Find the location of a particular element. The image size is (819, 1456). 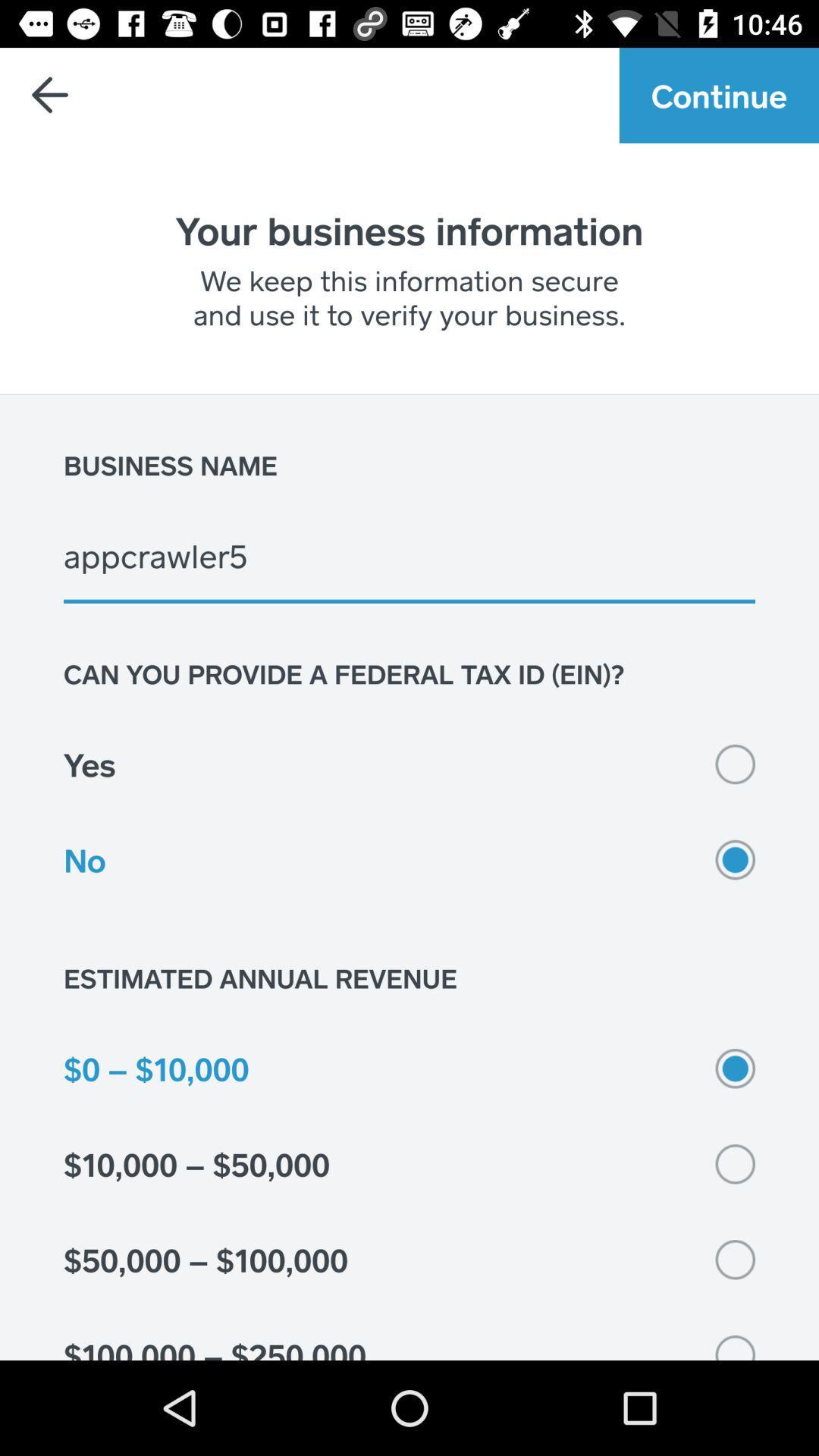

the yes icon is located at coordinates (409, 764).